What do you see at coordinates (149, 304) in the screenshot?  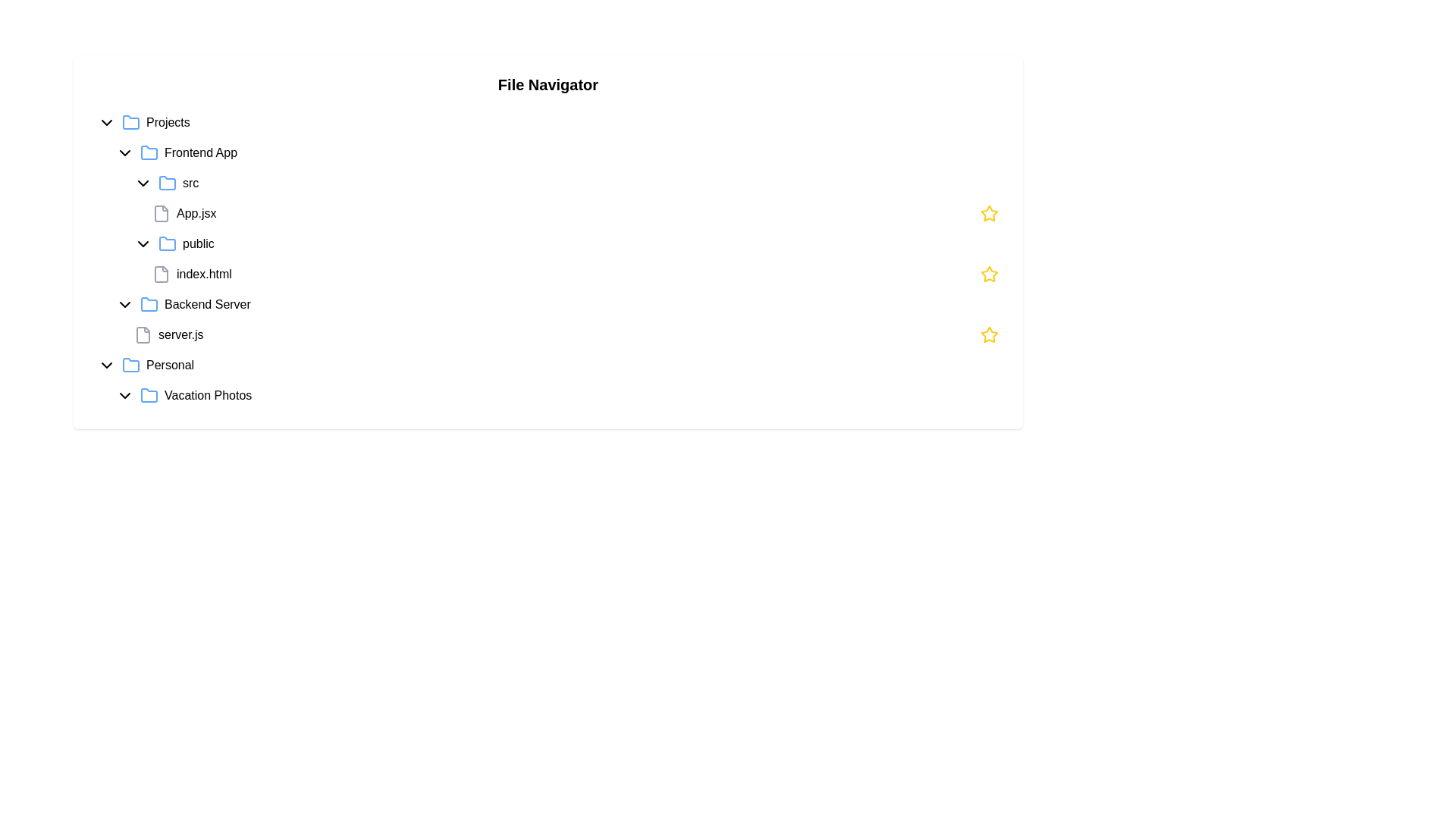 I see `the folder icon representing the 'Backend Server'` at bounding box center [149, 304].